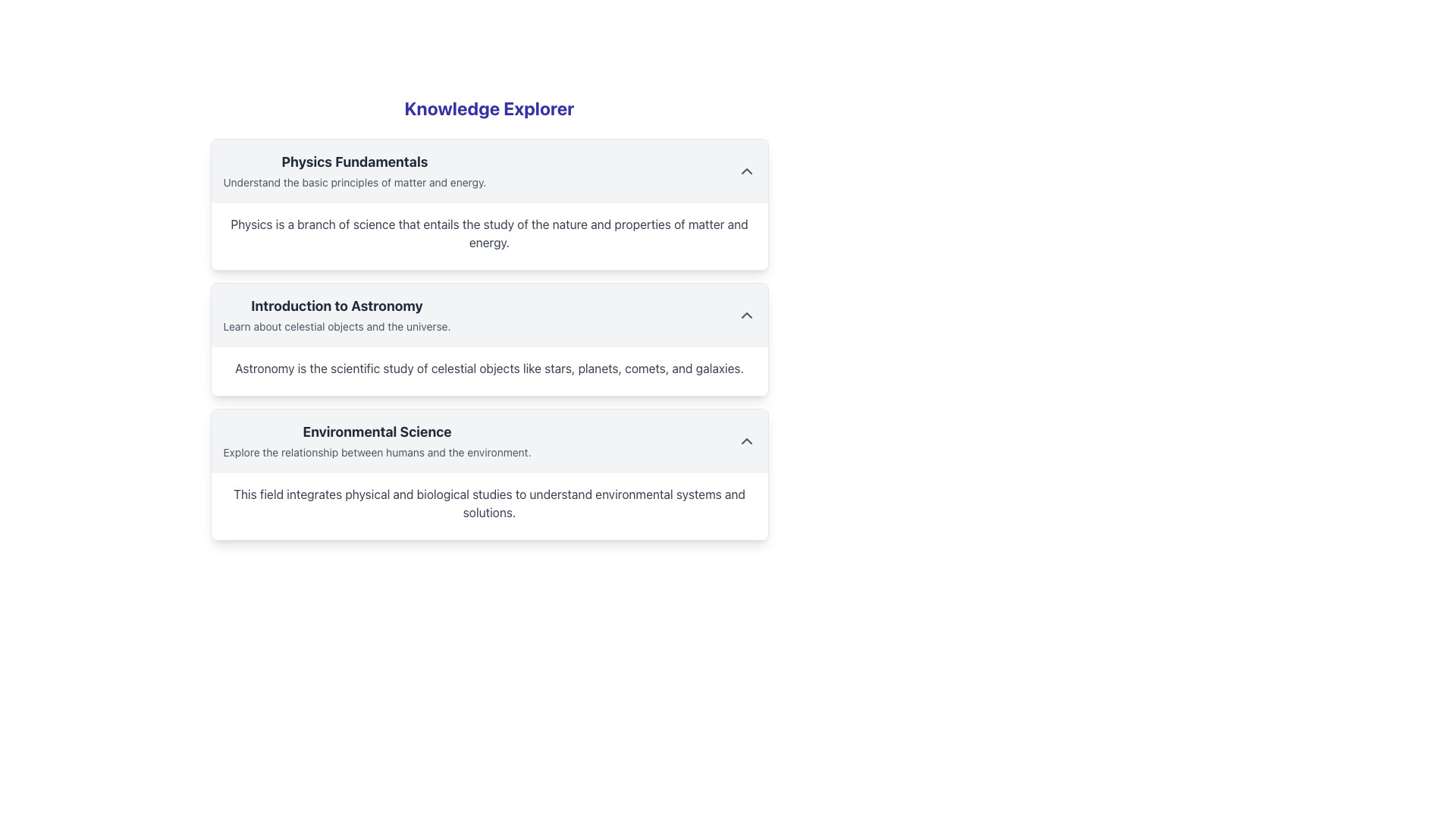 The image size is (1456, 819). I want to click on the title within the first section of the vertically stacked list, so click(353, 171).